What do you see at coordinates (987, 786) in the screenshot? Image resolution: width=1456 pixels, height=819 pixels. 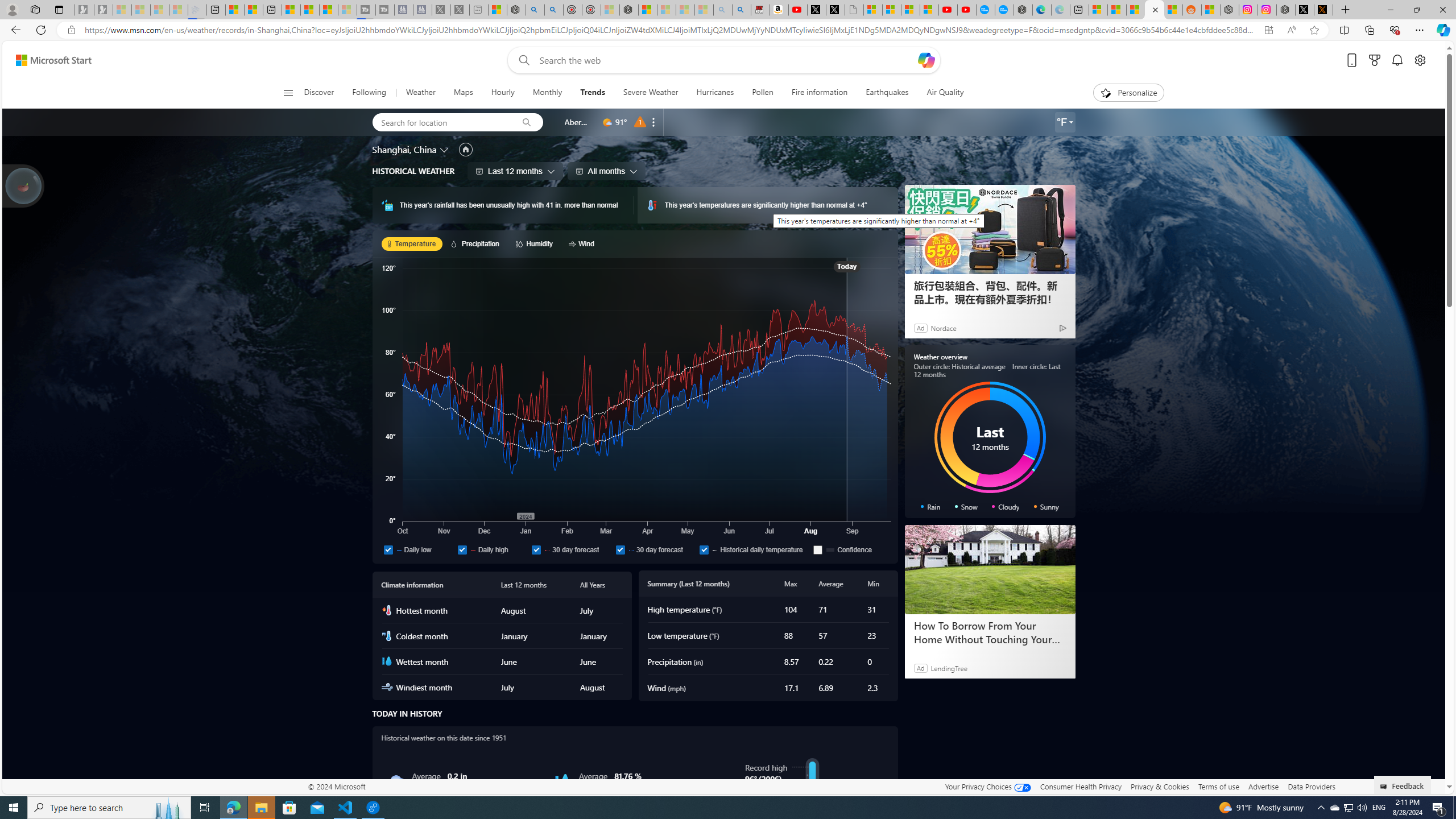 I see `'Your Privacy Choices'` at bounding box center [987, 786].